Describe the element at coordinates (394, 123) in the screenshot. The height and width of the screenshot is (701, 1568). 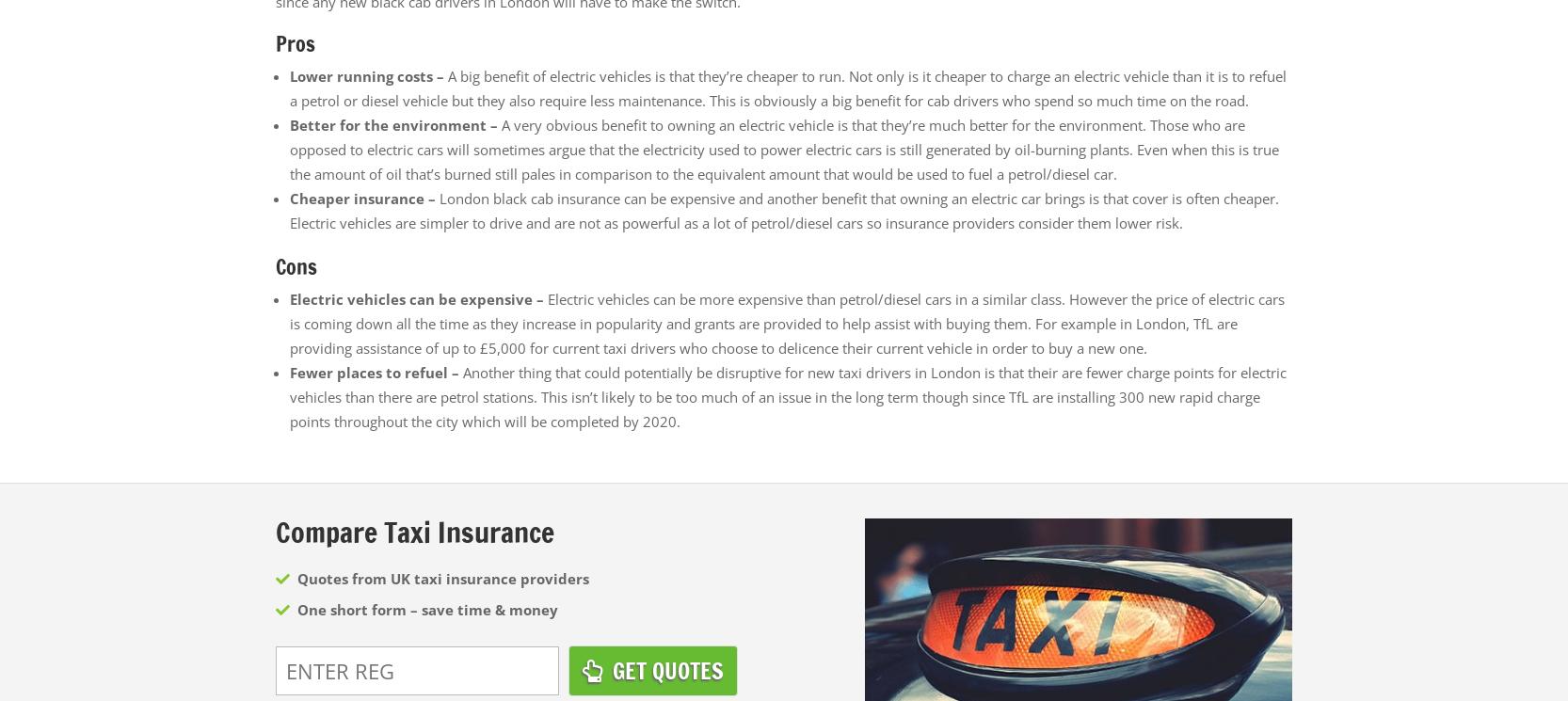
I see `'Better for the environment –'` at that location.